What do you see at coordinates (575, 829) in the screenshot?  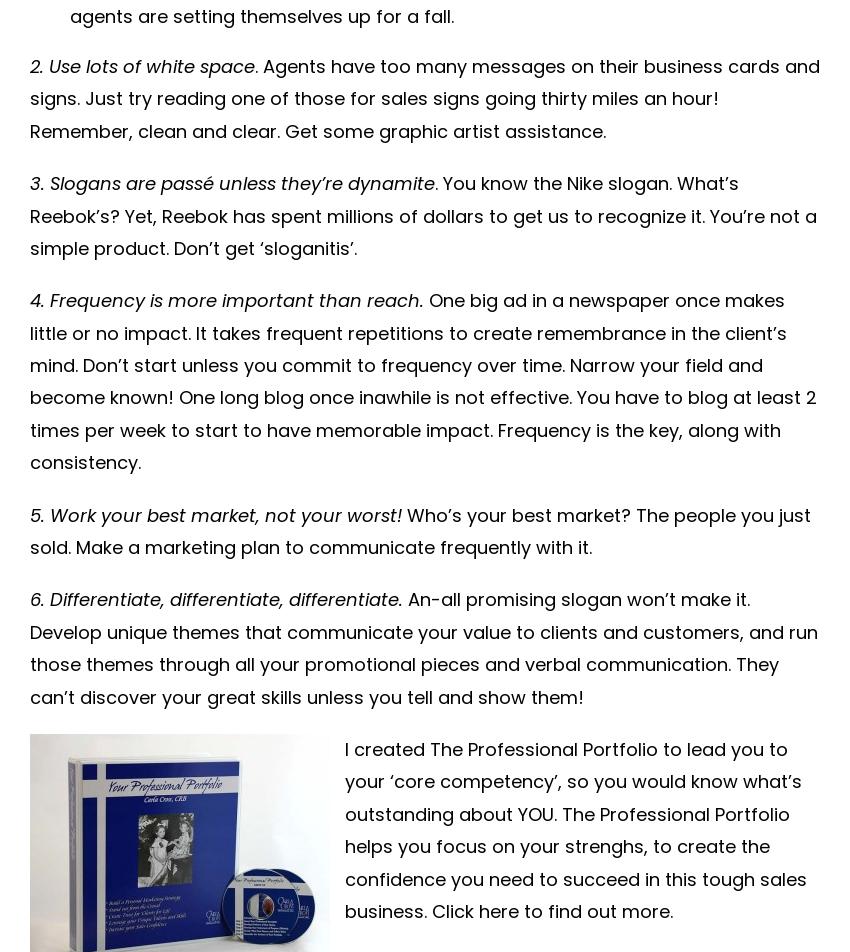 I see `'I created The Professional Portfolio to lead you to your ‘core competency’, so you would know what’s outstanding about YOU. The Professional Portfolio helps you focus on your strenghs, to create the confidence you need to succeed in this tough sales business.'` at bounding box center [575, 829].